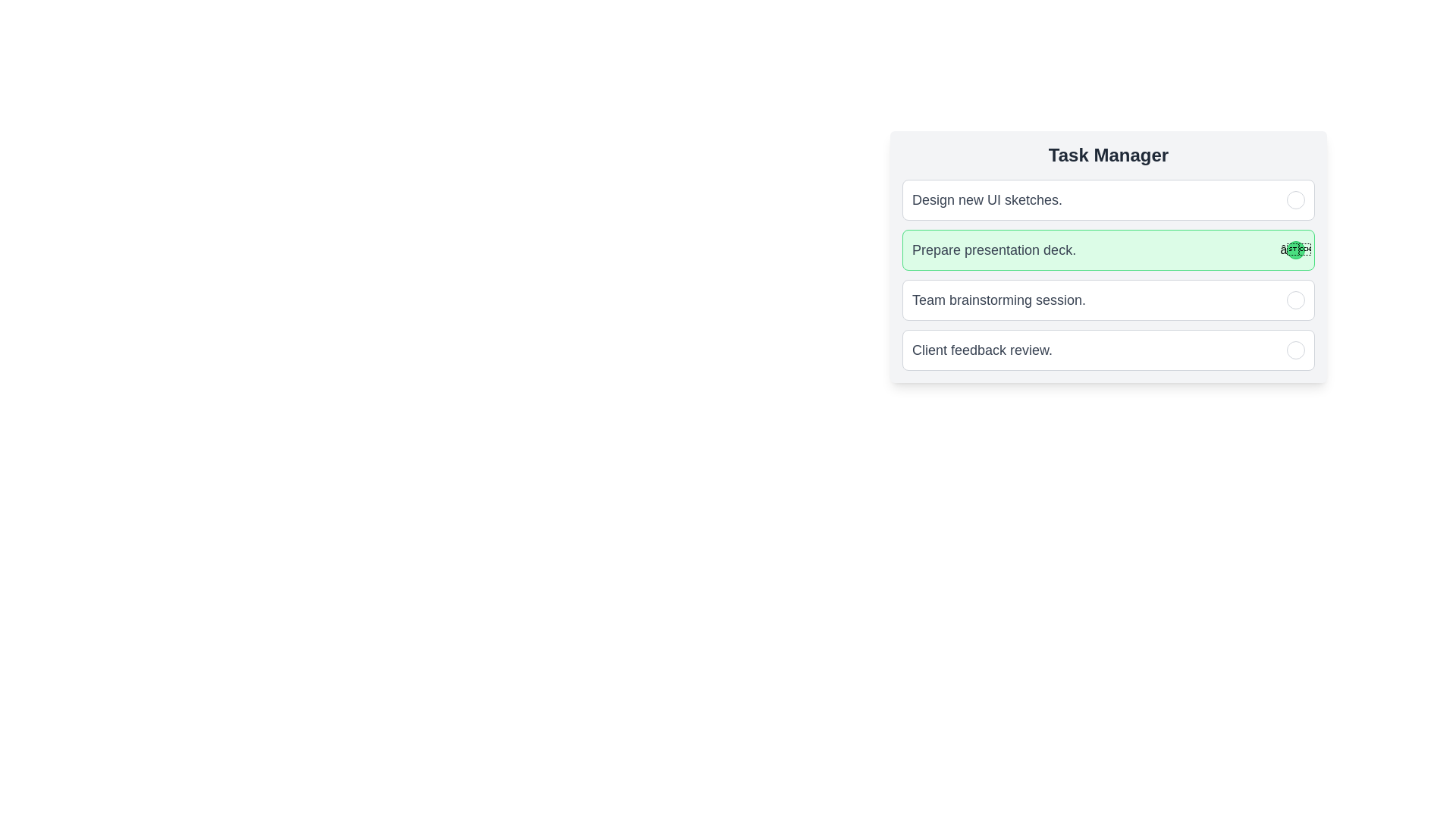 This screenshot has width=1456, height=819. Describe the element at coordinates (1294, 350) in the screenshot. I see `the circular icon located at the rightmost end of the row labeled 'Client feedback review.' in the task manager interface` at that location.